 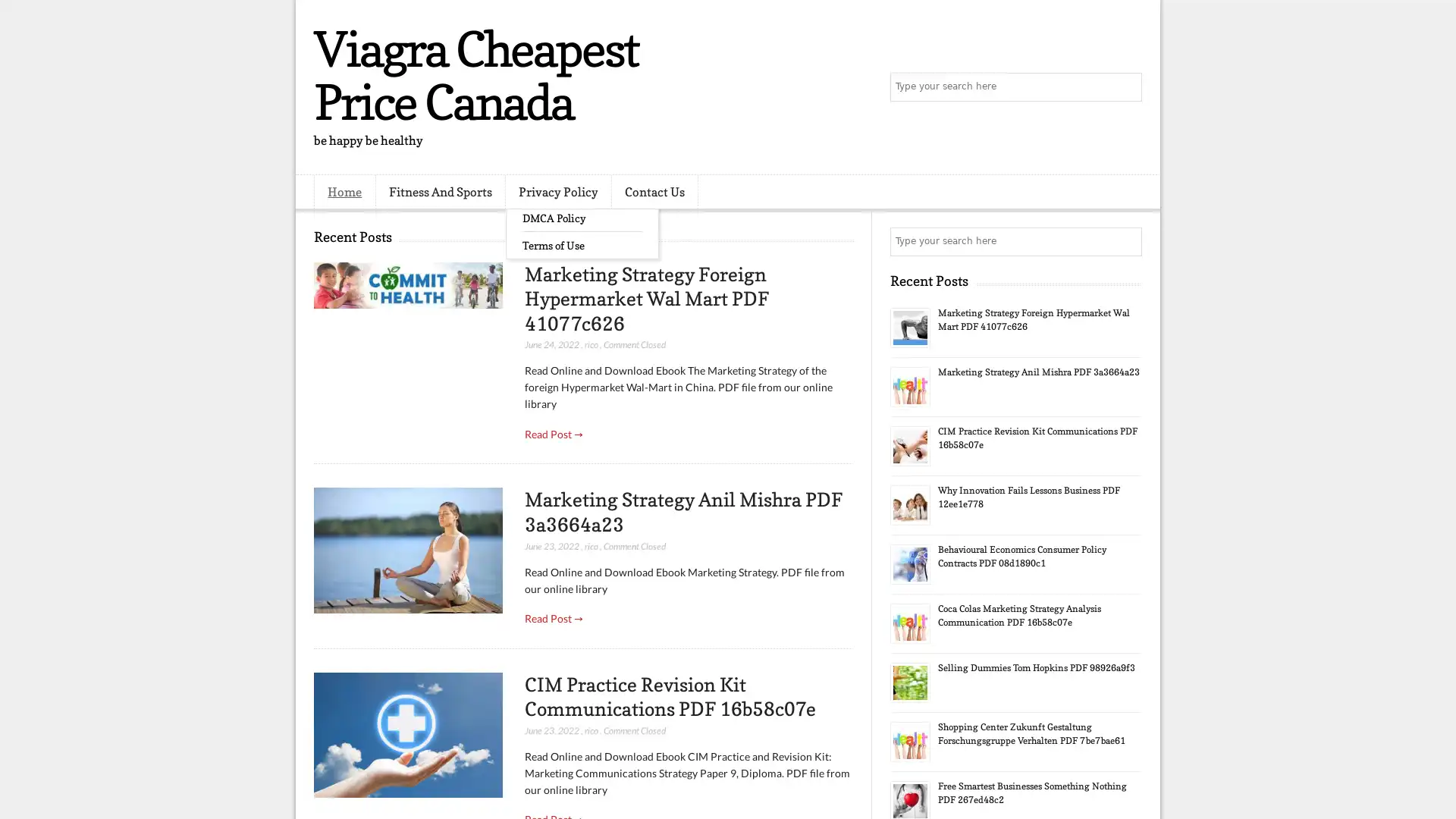 I want to click on Search, so click(x=1126, y=241).